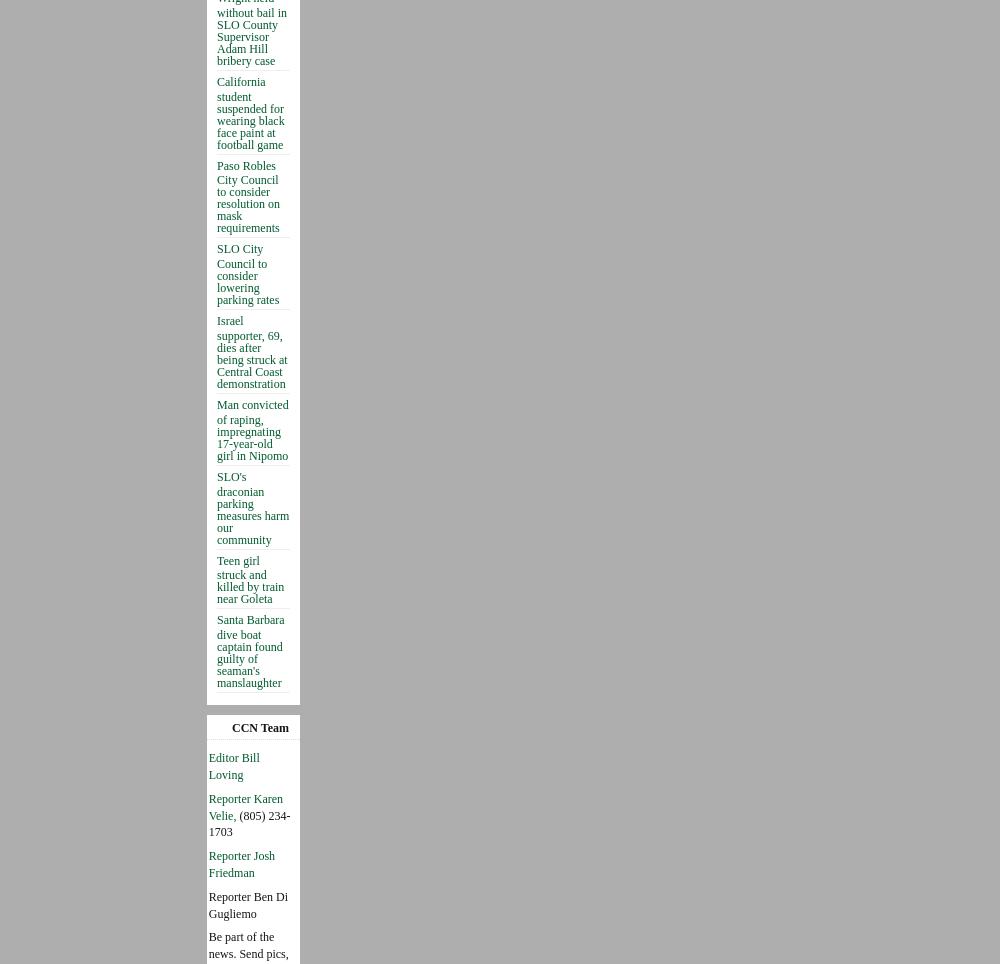 The height and width of the screenshot is (964, 1000). What do you see at coordinates (232, 765) in the screenshot?
I see `'Editor Bill Loving'` at bounding box center [232, 765].